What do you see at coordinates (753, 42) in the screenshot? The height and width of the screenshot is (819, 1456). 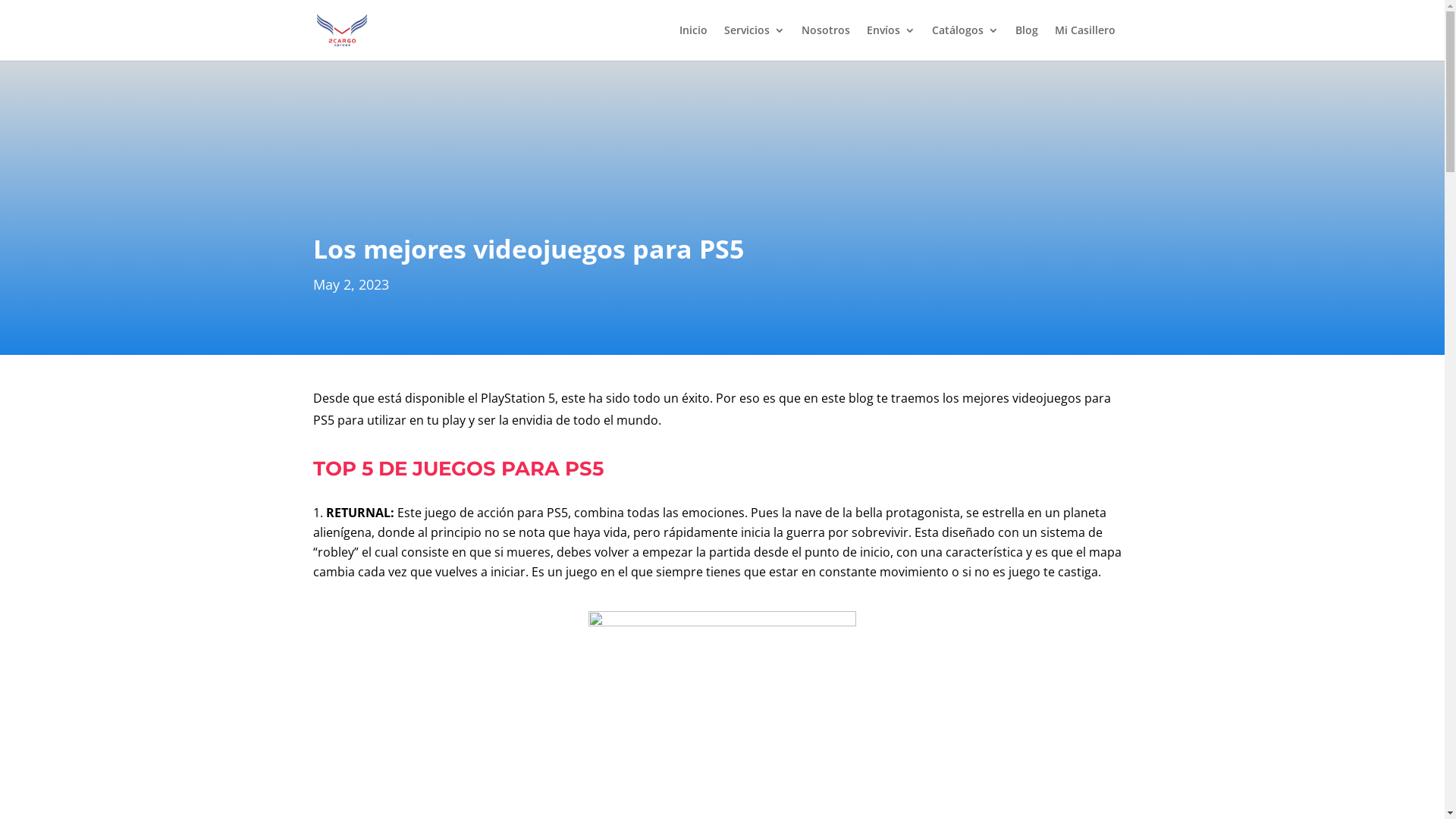 I see `'Servicios'` at bounding box center [753, 42].